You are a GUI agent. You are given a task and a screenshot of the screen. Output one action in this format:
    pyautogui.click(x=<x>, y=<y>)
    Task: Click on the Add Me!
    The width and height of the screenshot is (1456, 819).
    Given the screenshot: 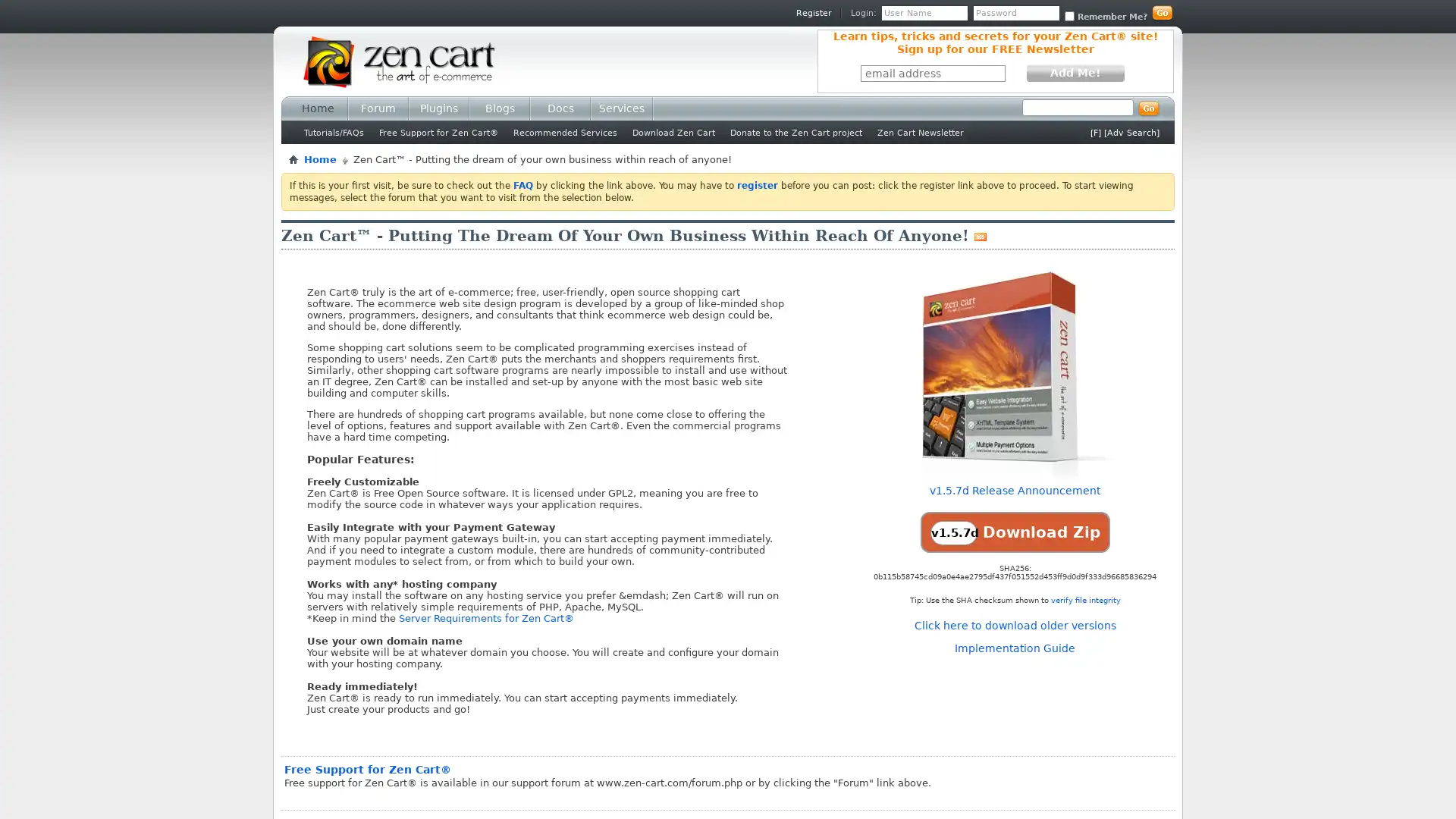 What is the action you would take?
    pyautogui.click(x=1074, y=73)
    